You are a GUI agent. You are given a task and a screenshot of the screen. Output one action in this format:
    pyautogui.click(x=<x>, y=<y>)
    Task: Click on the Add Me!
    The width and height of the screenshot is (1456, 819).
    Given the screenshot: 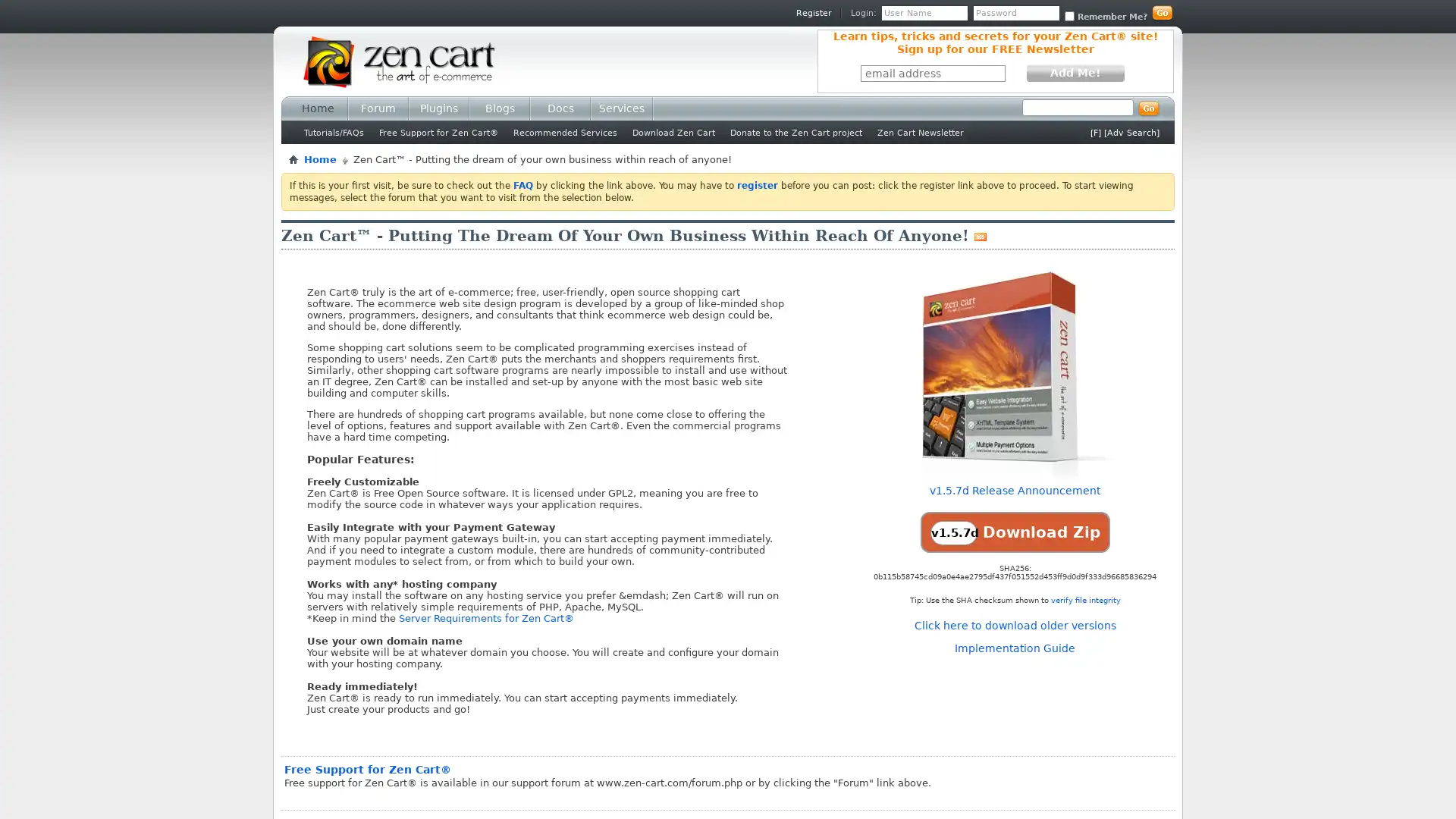 What is the action you would take?
    pyautogui.click(x=1074, y=73)
    